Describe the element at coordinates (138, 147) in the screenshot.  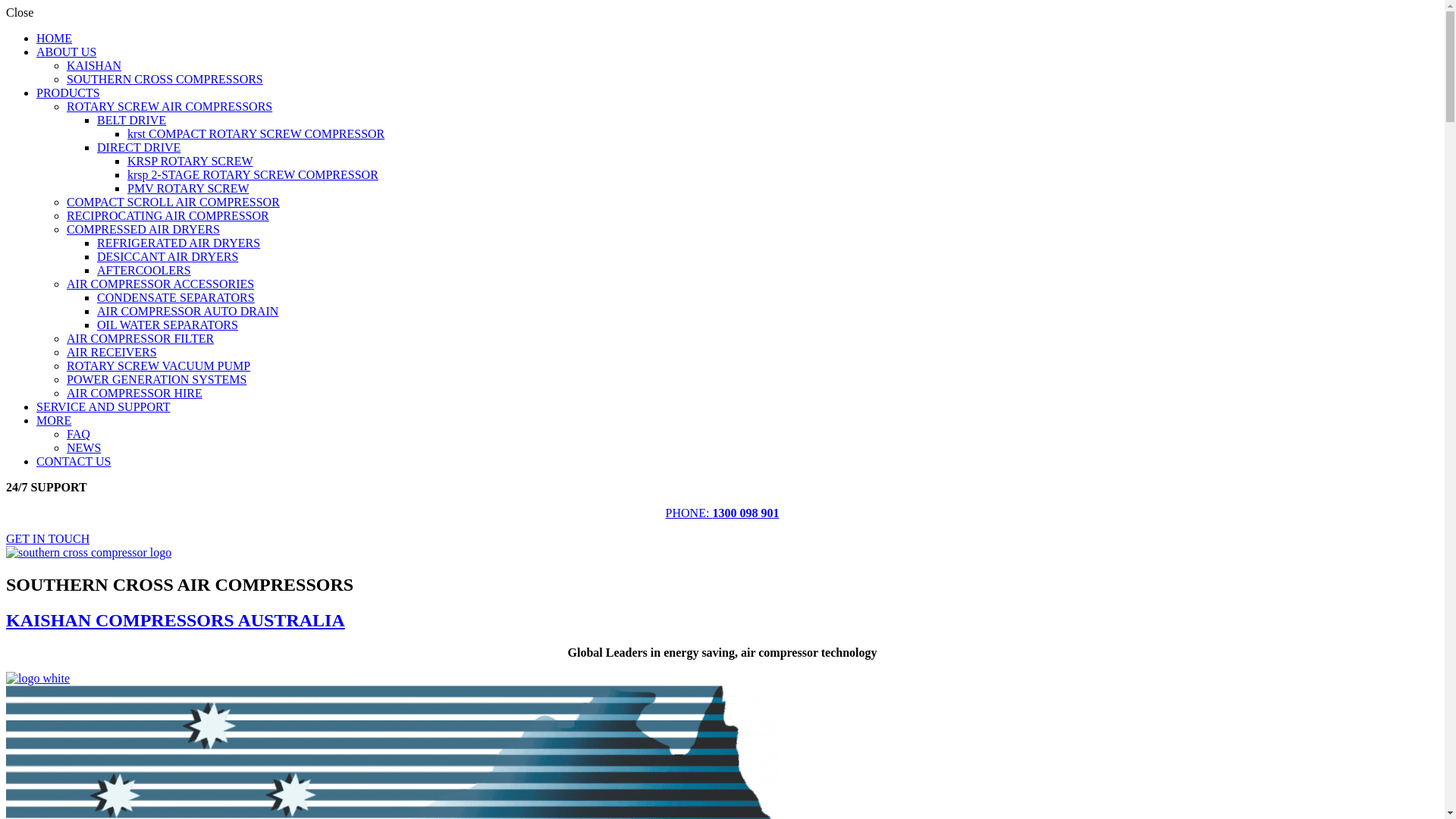
I see `'DIRECT DRIVE'` at that location.